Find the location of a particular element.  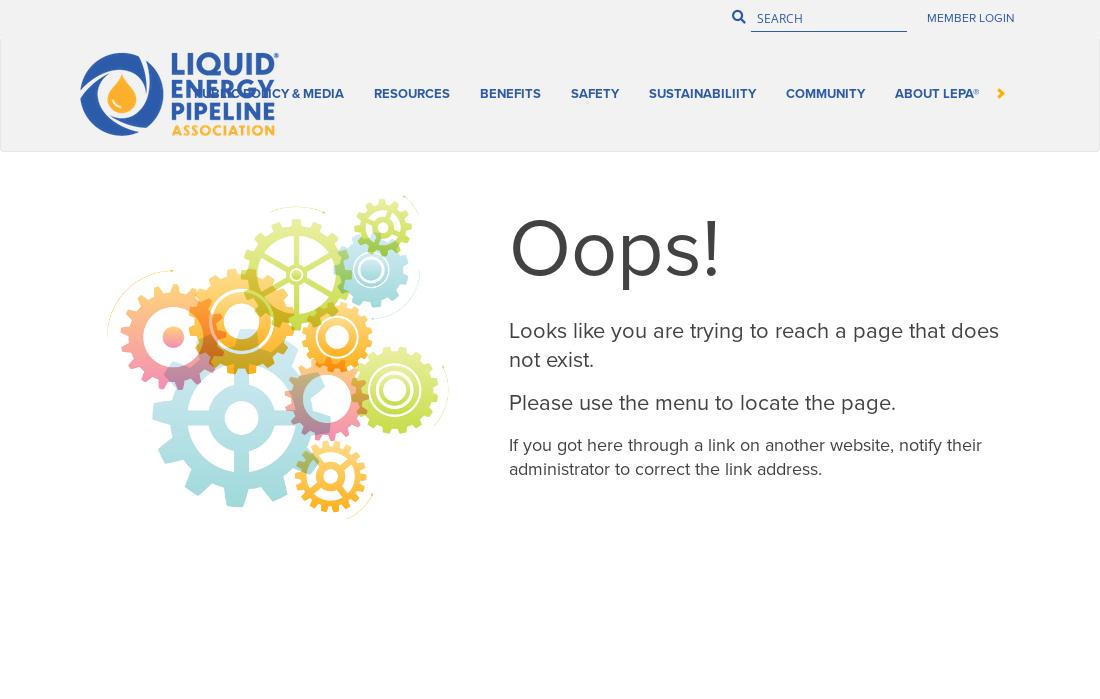

'Member Login' is located at coordinates (926, 18).